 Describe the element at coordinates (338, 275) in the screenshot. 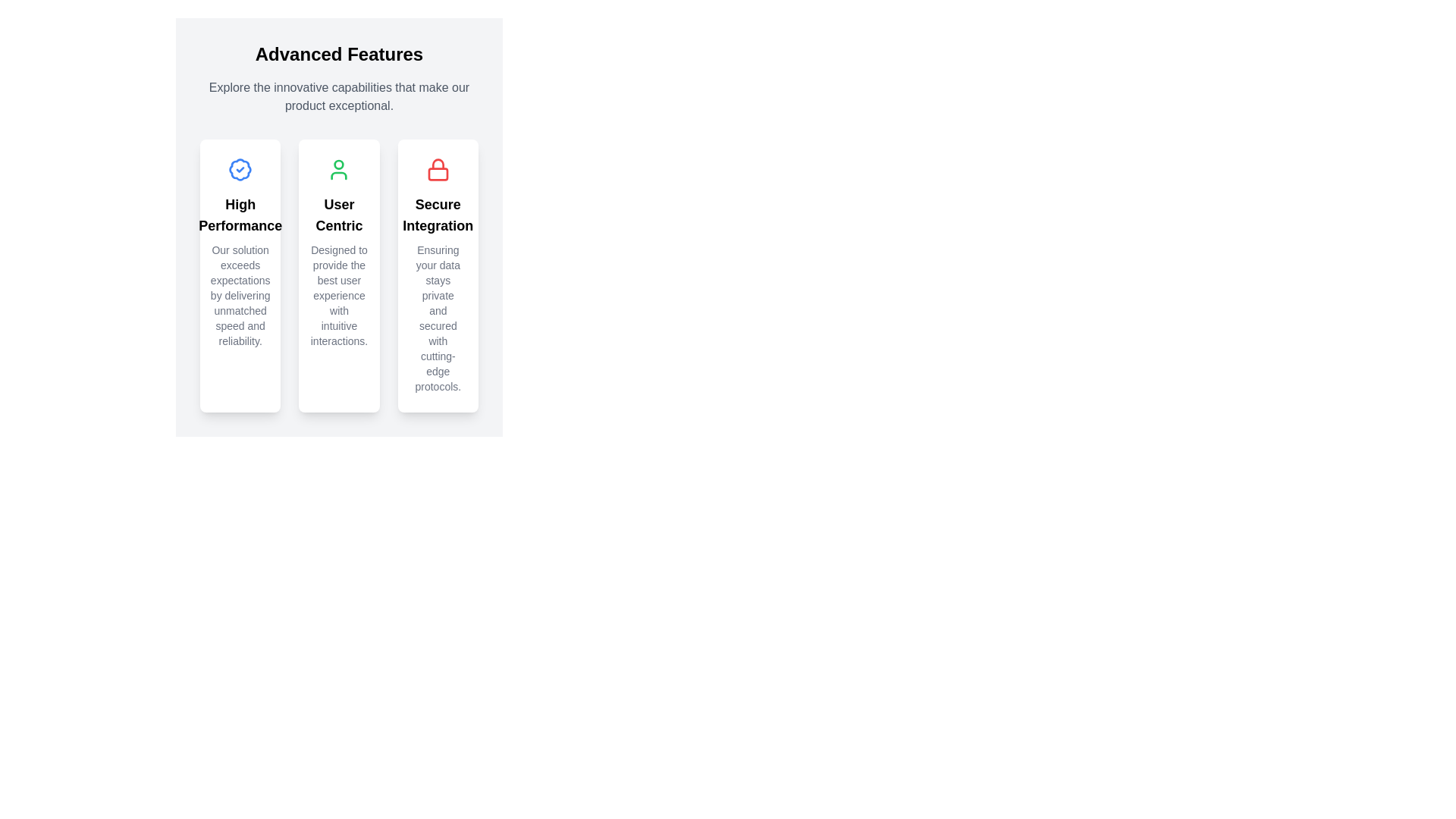

I see `the Information card that describes the 'User Centric' feature, located in the middle column between 'High Performance' and 'Secure Integration' cards` at that location.